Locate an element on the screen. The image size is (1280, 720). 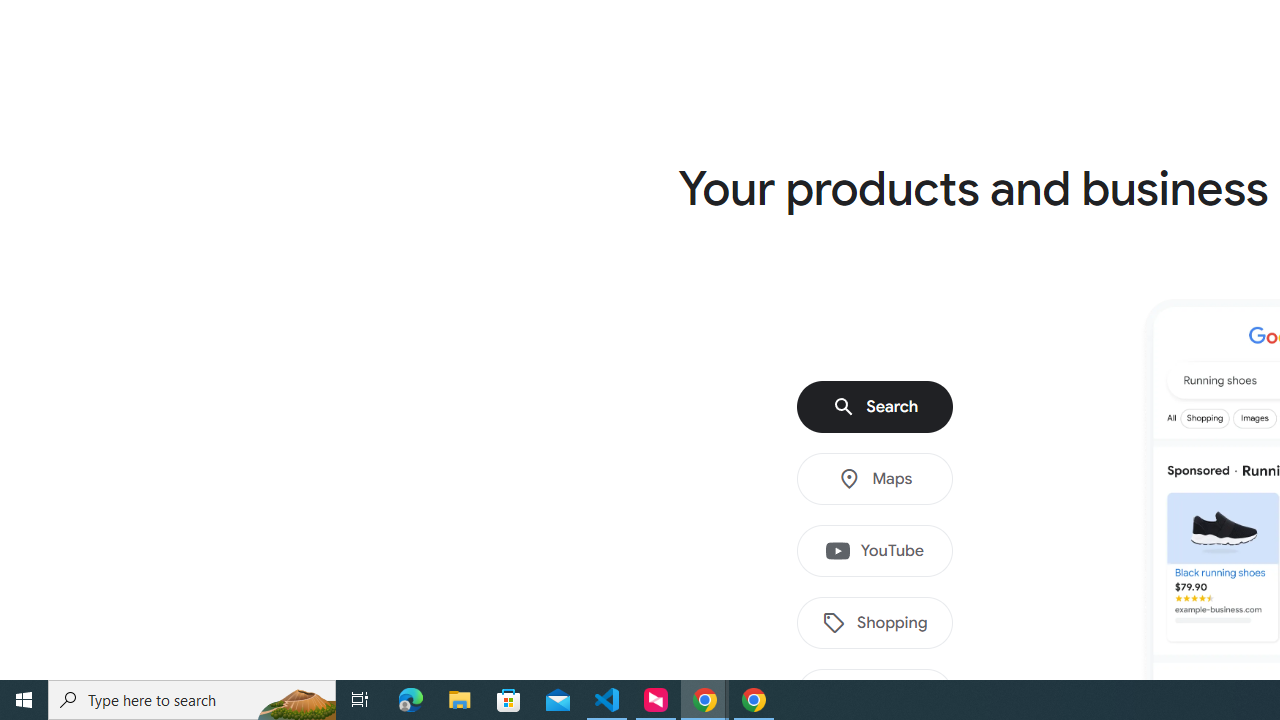
'YouTube' is located at coordinates (875, 551).